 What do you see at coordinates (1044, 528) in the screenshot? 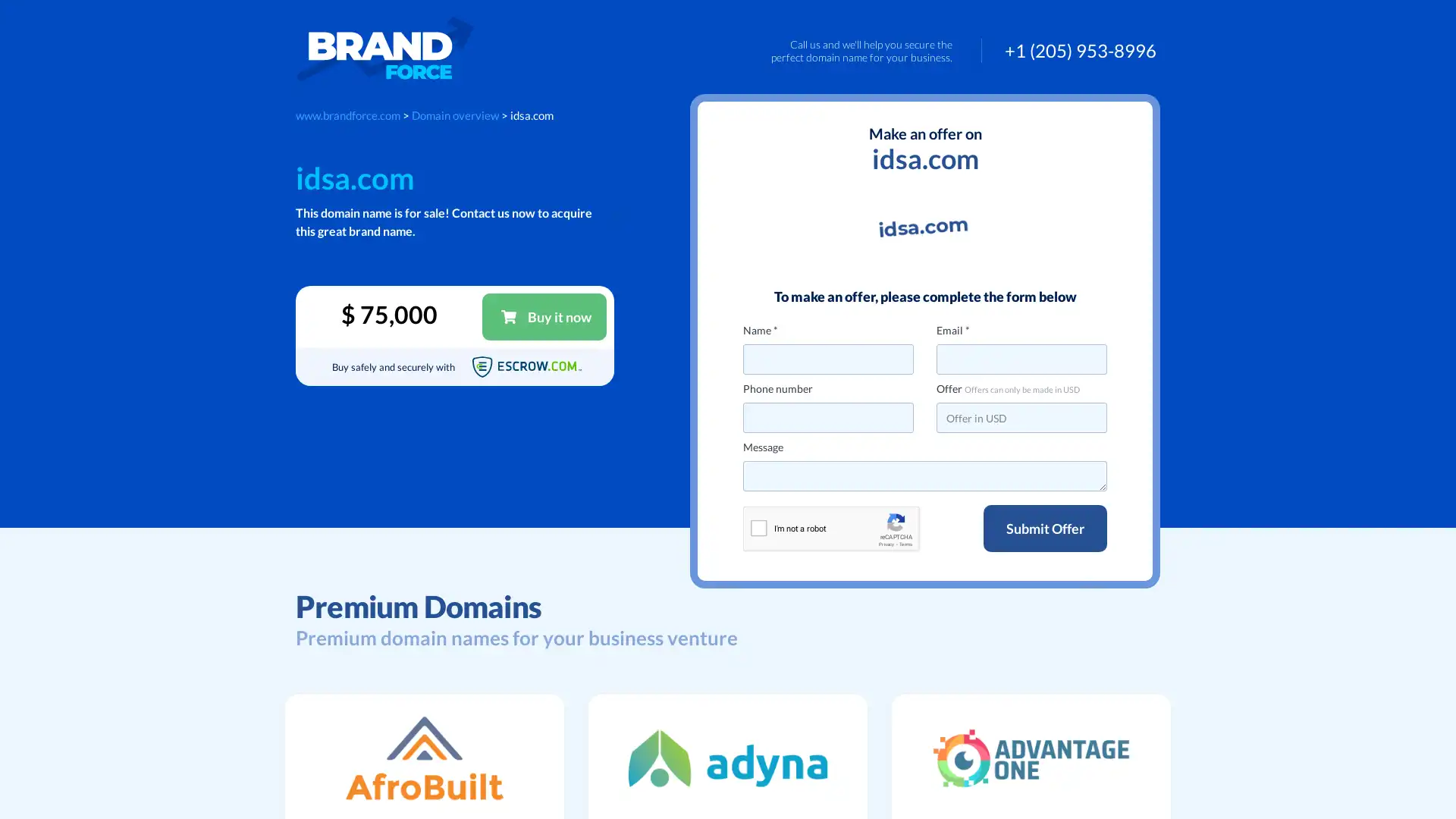
I see `Submit offer` at bounding box center [1044, 528].